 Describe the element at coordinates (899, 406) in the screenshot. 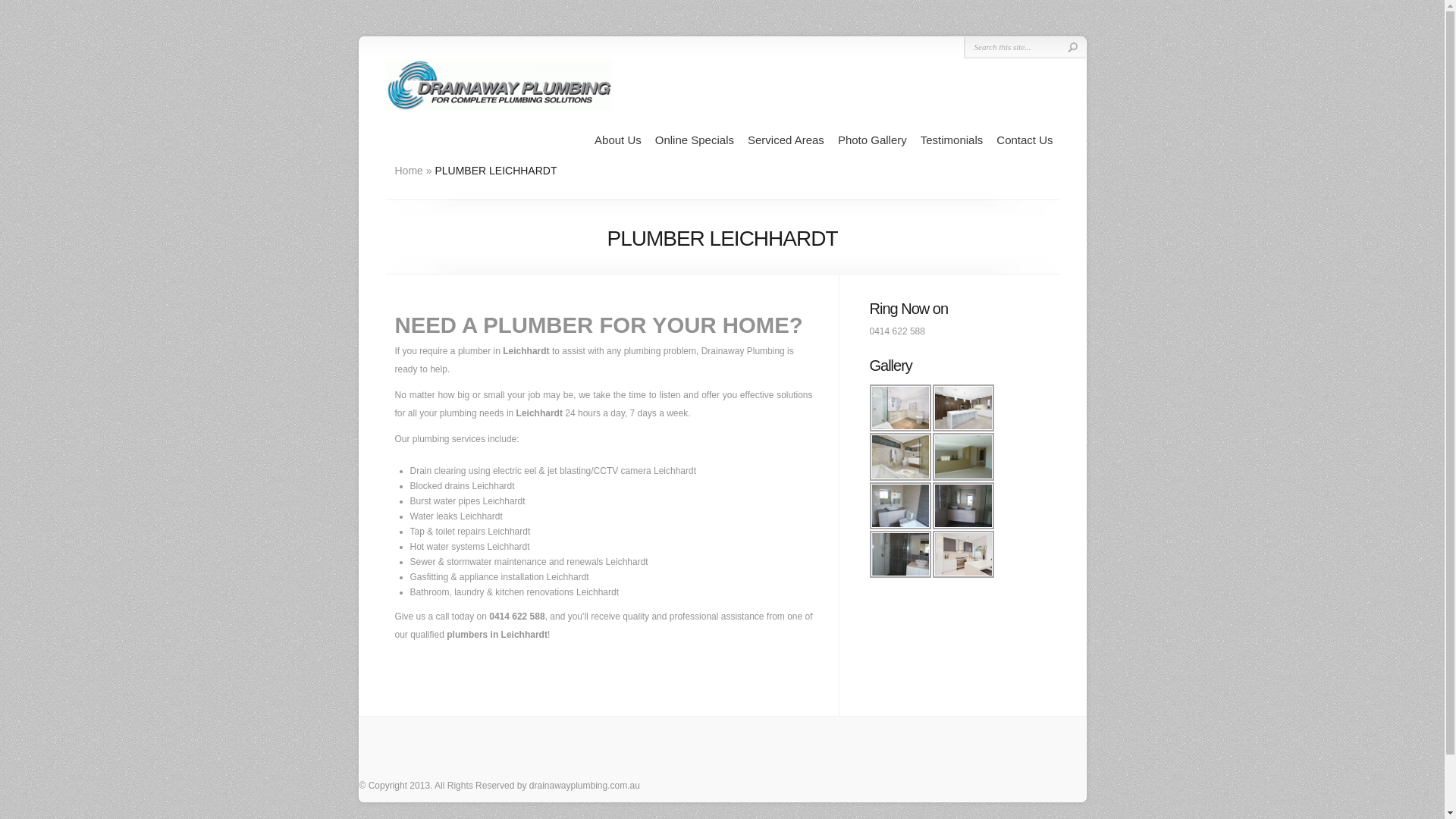

I see `'dsc0002-1'` at that location.